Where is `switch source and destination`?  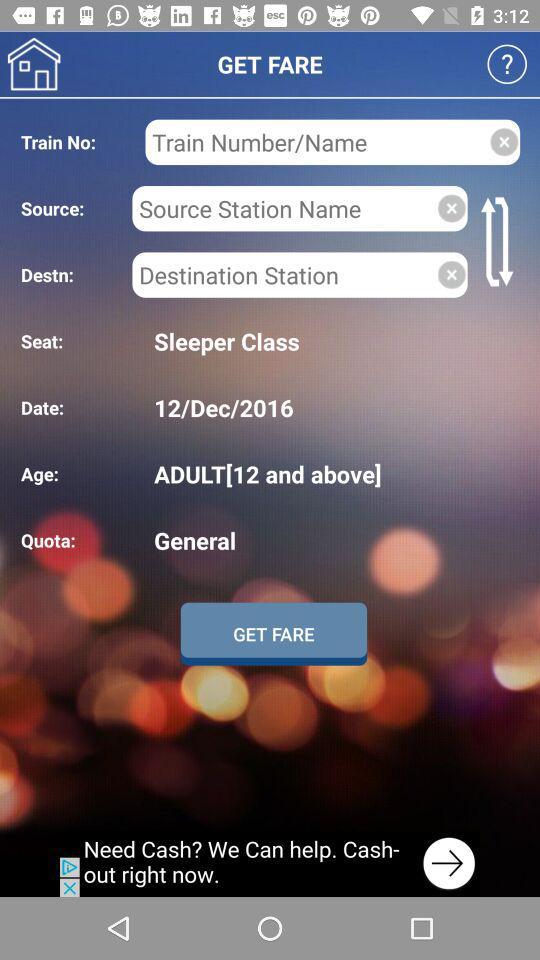 switch source and destination is located at coordinates (499, 240).